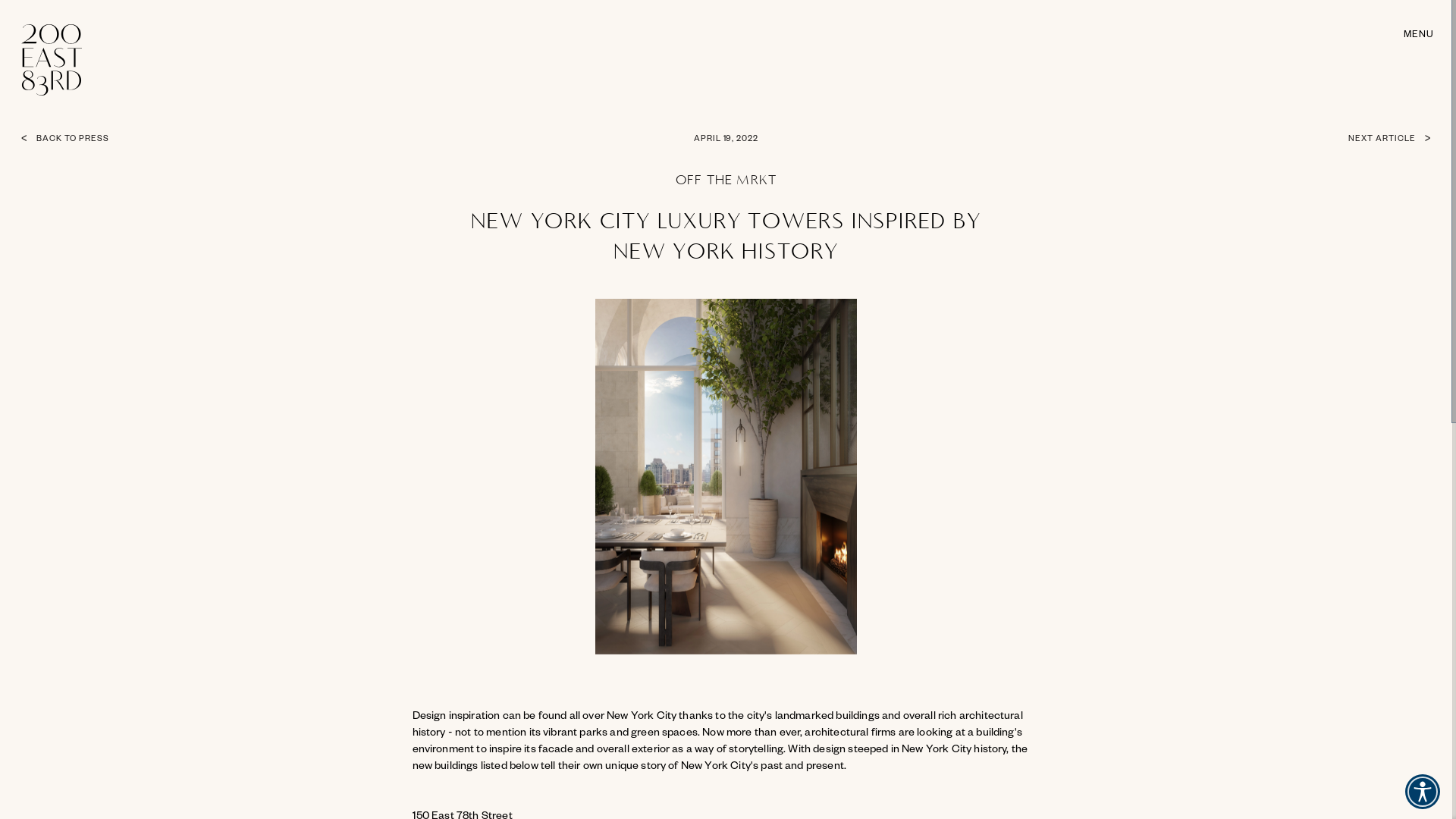 This screenshot has width=1456, height=819. Describe the element at coordinates (108, 140) in the screenshot. I see `'BACK TO PRESS'` at that location.